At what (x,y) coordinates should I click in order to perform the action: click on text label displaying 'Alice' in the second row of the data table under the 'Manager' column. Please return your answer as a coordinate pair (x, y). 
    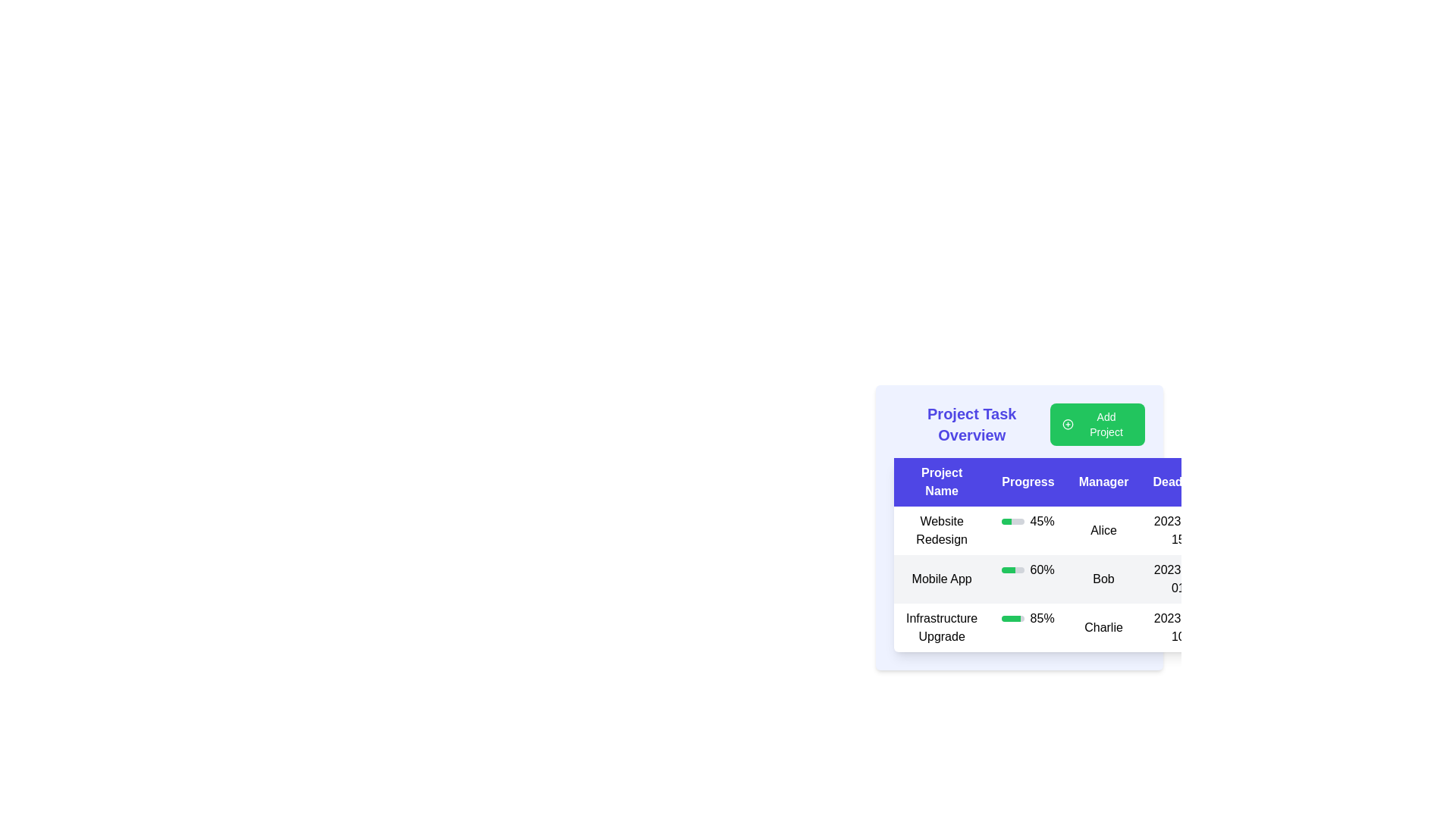
    Looking at the image, I should click on (1103, 529).